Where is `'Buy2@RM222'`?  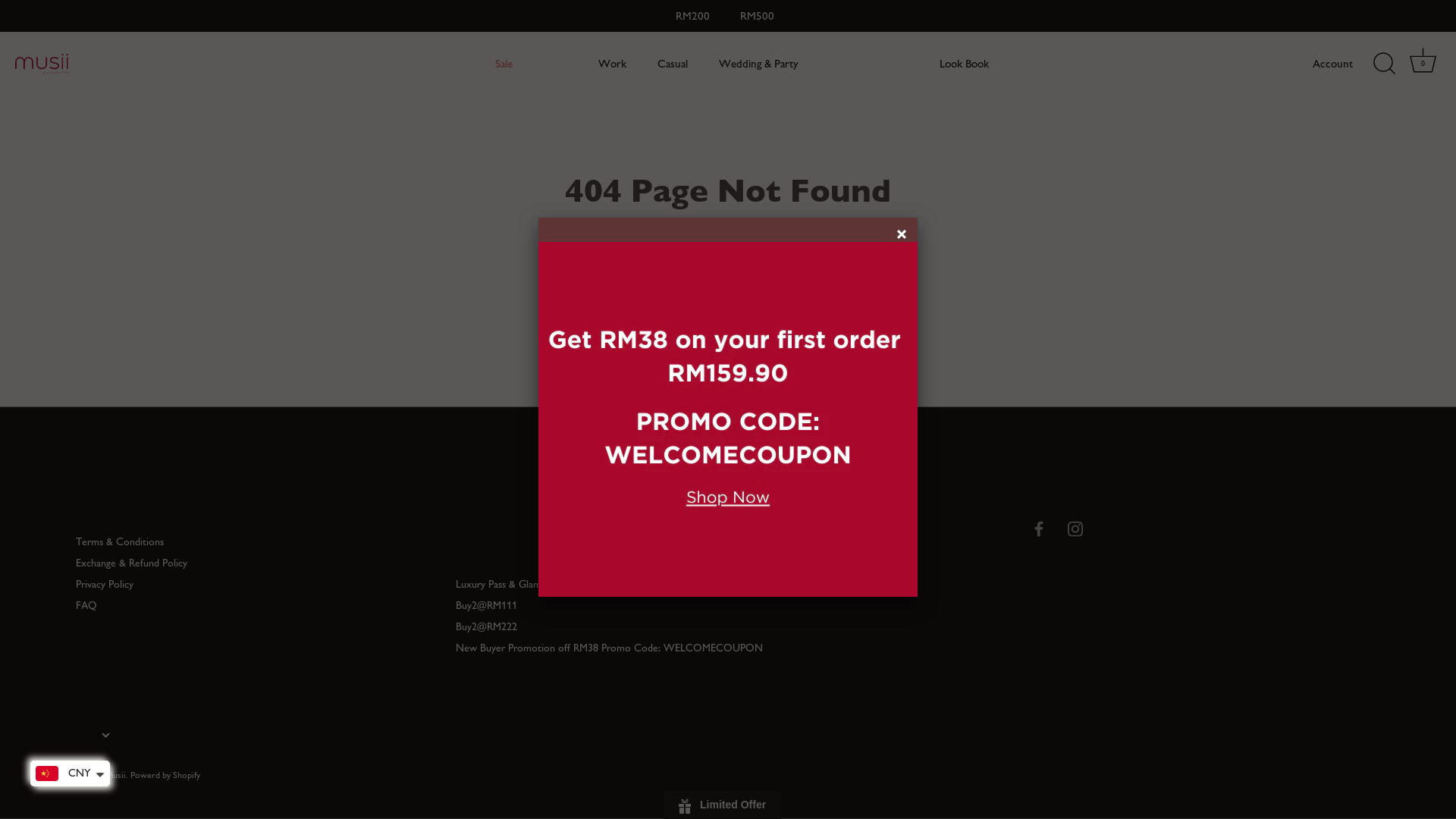 'Buy2@RM222' is located at coordinates (486, 626).